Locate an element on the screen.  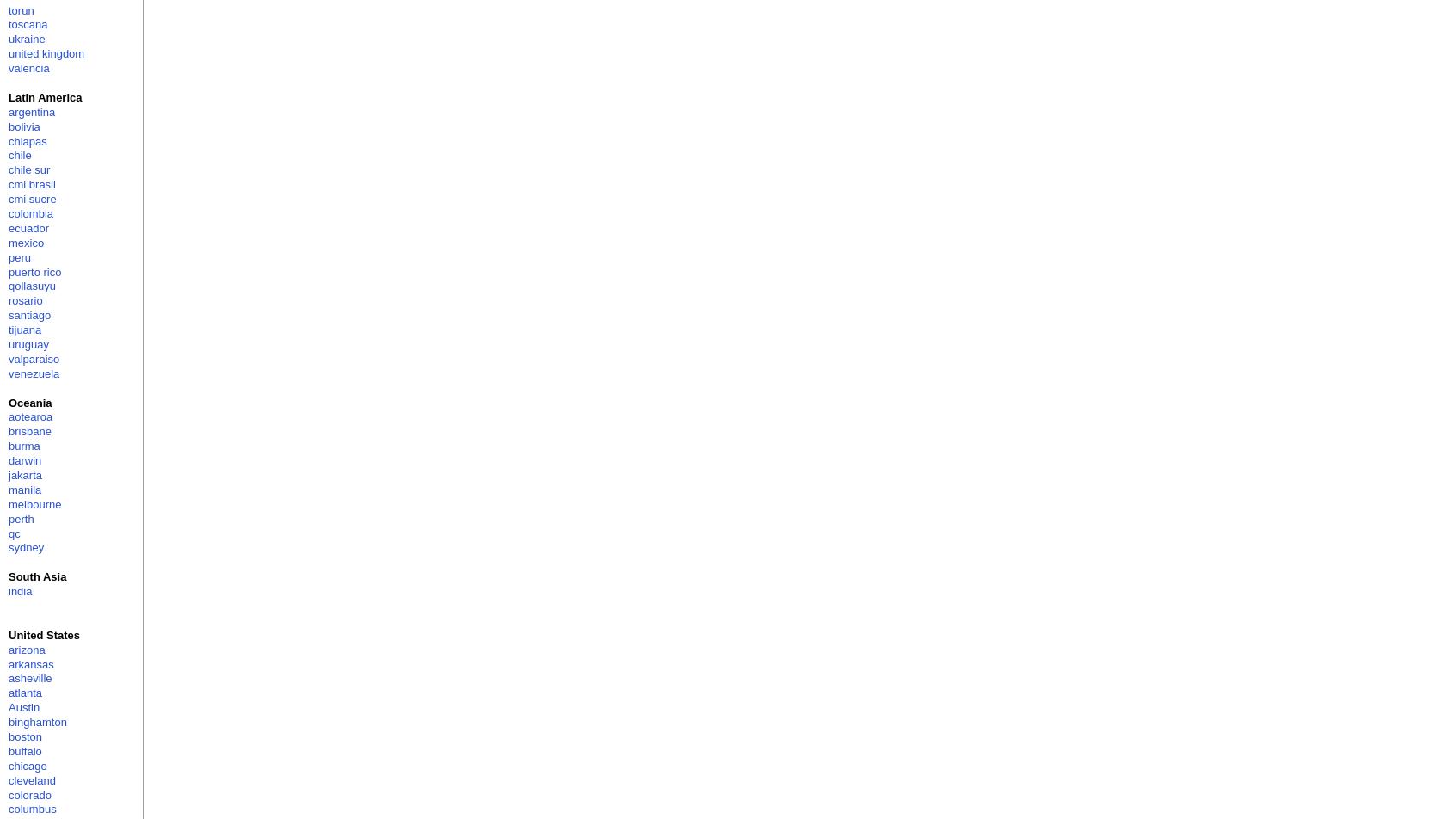
'Austin' is located at coordinates (22, 707).